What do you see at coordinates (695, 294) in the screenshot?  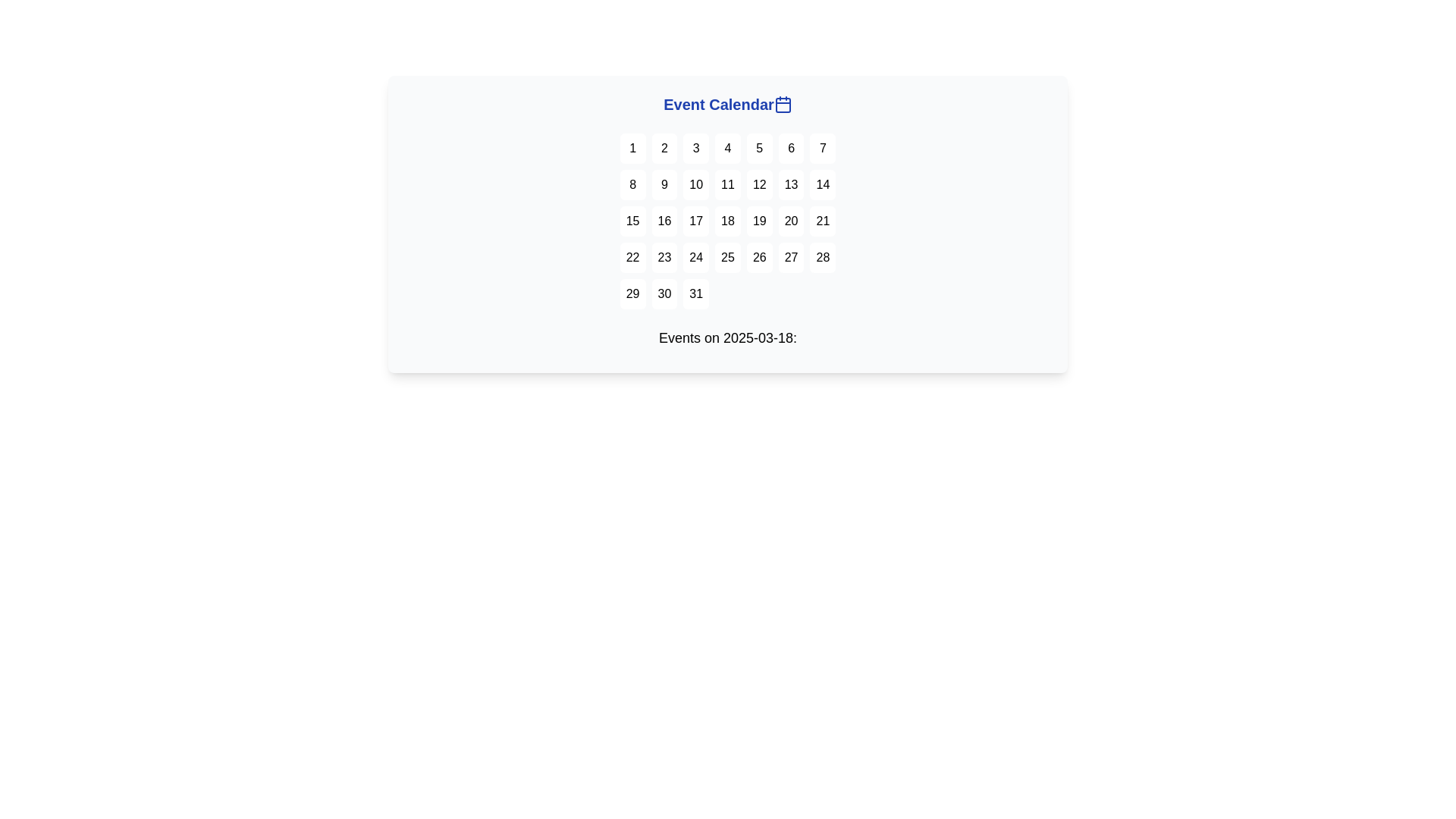 I see `the rectangular button with a rounded border and black text '31' located in the seventh column of the fifth row in the calendar grid` at bounding box center [695, 294].